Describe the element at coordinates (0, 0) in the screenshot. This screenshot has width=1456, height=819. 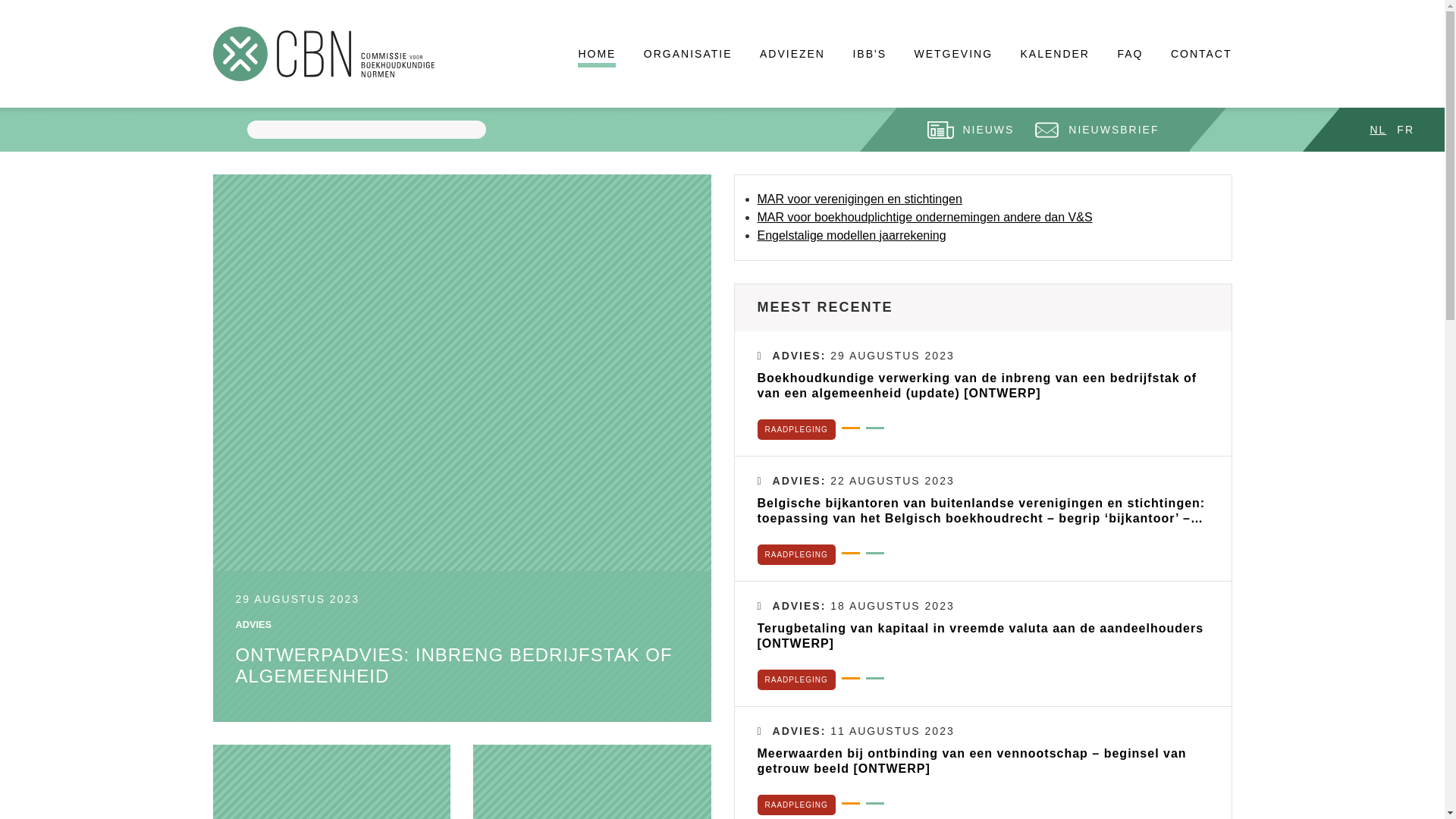
I see `'Skip to main content'` at that location.